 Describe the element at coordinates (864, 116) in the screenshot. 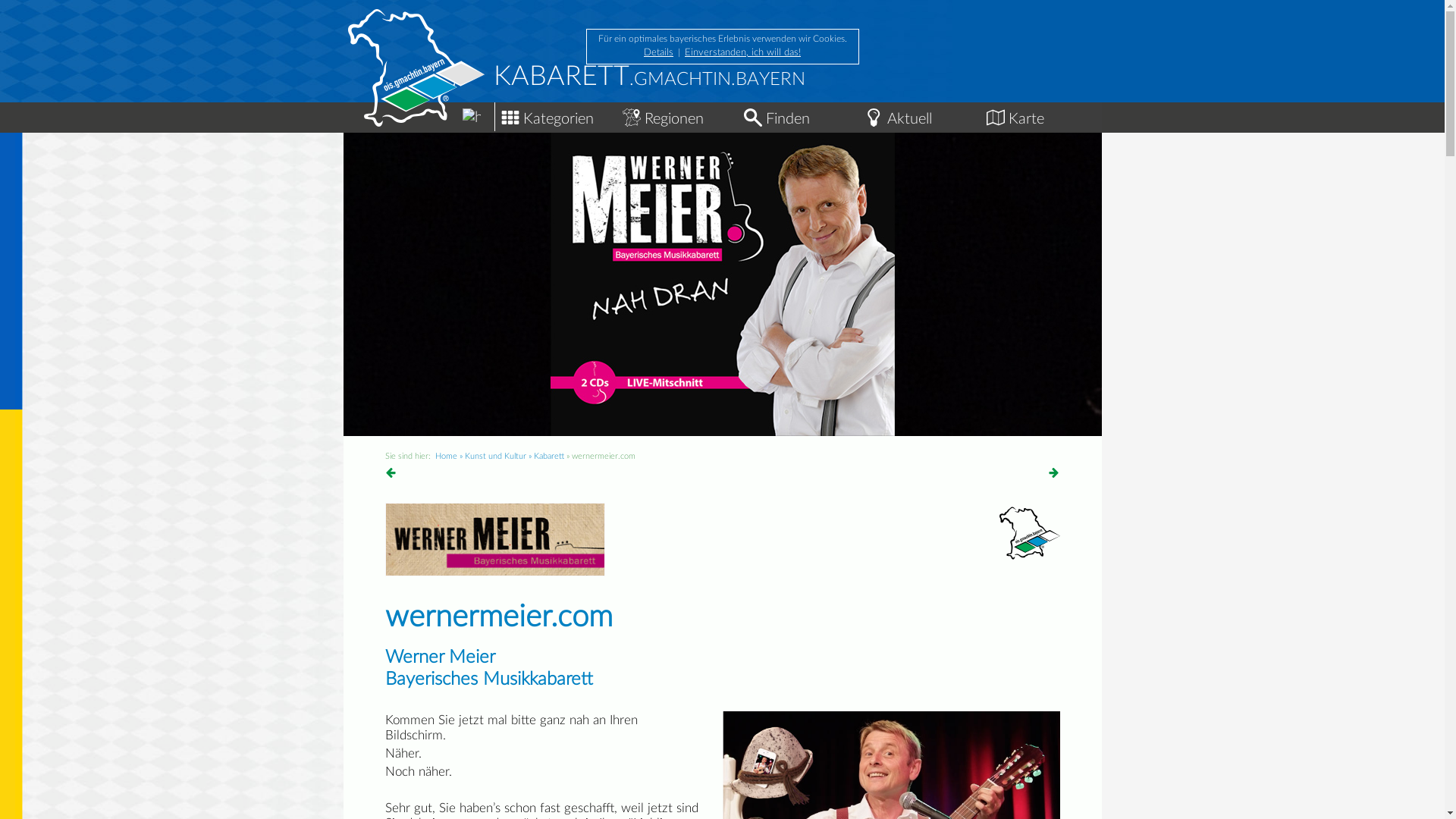

I see `'Aktuelle Events im Freistaat'` at that location.